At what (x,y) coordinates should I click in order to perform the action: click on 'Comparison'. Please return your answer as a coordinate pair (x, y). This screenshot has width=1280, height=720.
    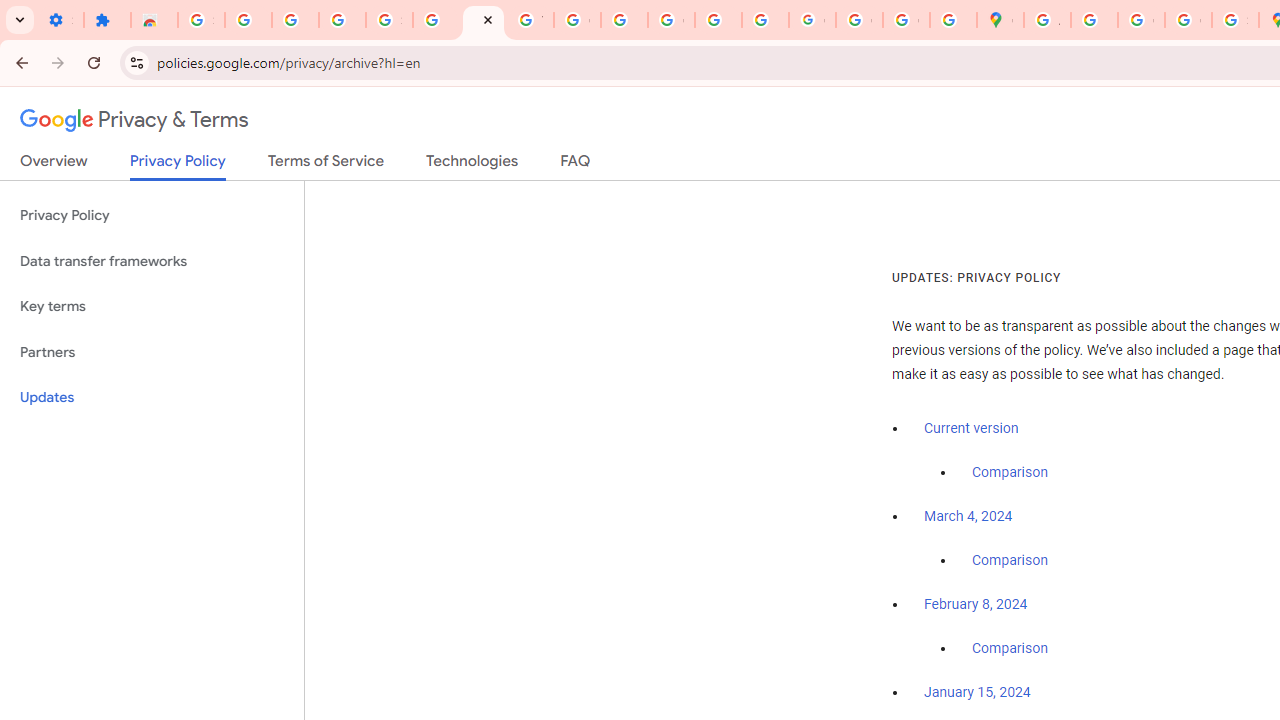
    Looking at the image, I should click on (1009, 649).